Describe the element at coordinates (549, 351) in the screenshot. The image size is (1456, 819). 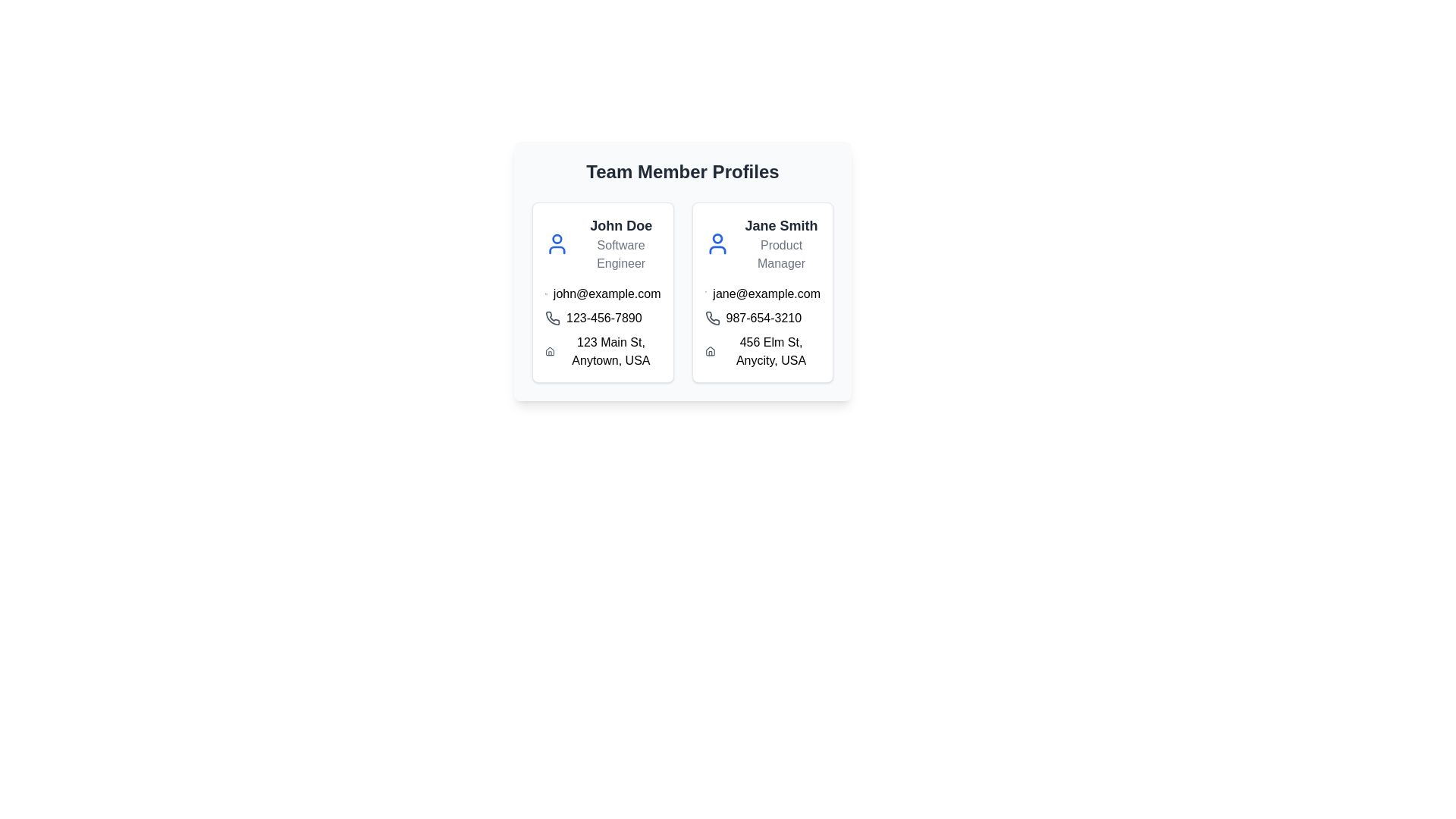
I see `the home address icon located to the left of the text '123 Main St, Anytown, USA' in the user's profile card` at that location.